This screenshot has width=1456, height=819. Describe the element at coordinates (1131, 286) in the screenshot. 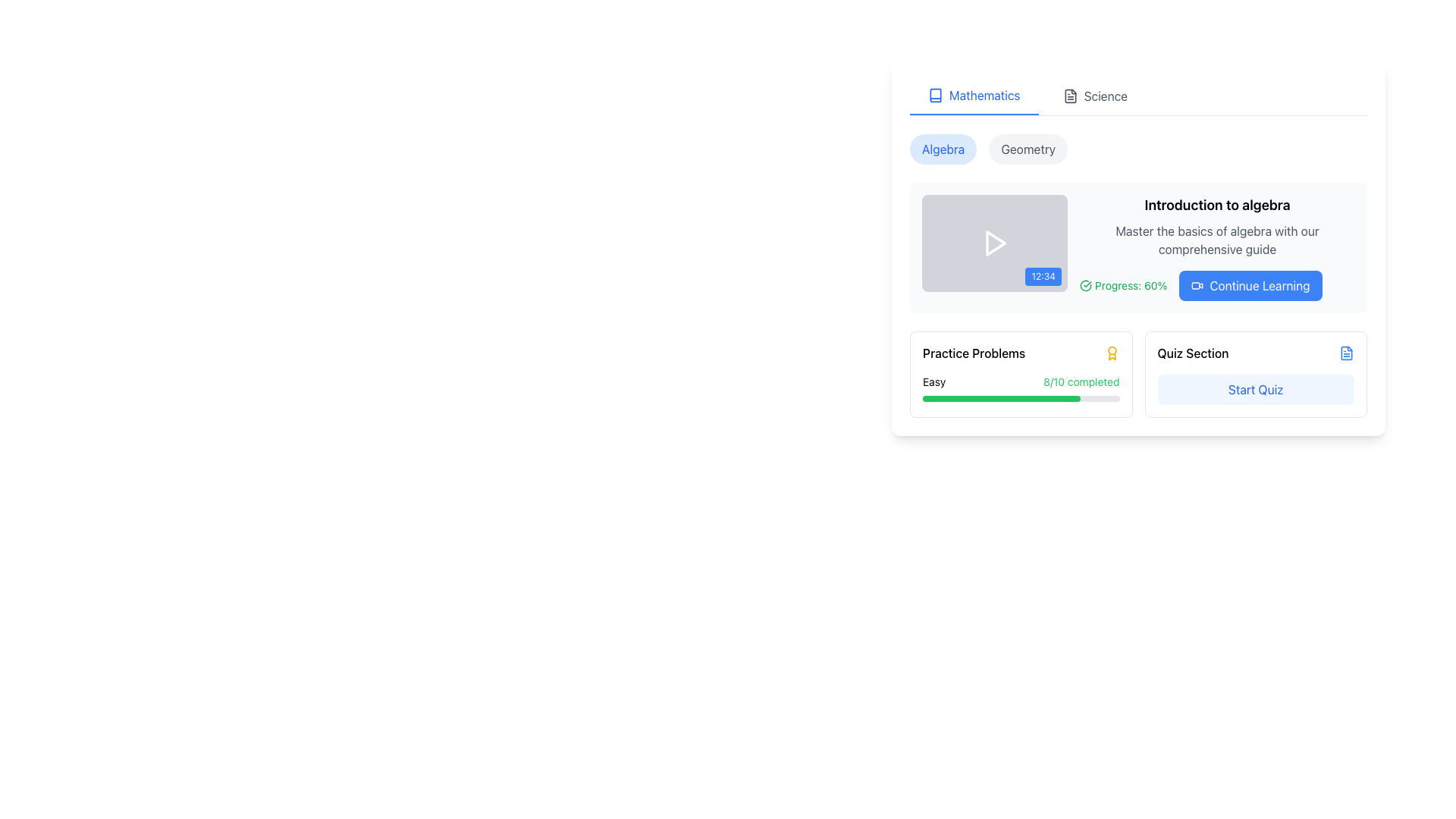

I see `the text label displaying 'Progress: 60%', which is styled in green and positioned in the 'Introduction to algebra' section, to the right of the green check circle icon` at that location.